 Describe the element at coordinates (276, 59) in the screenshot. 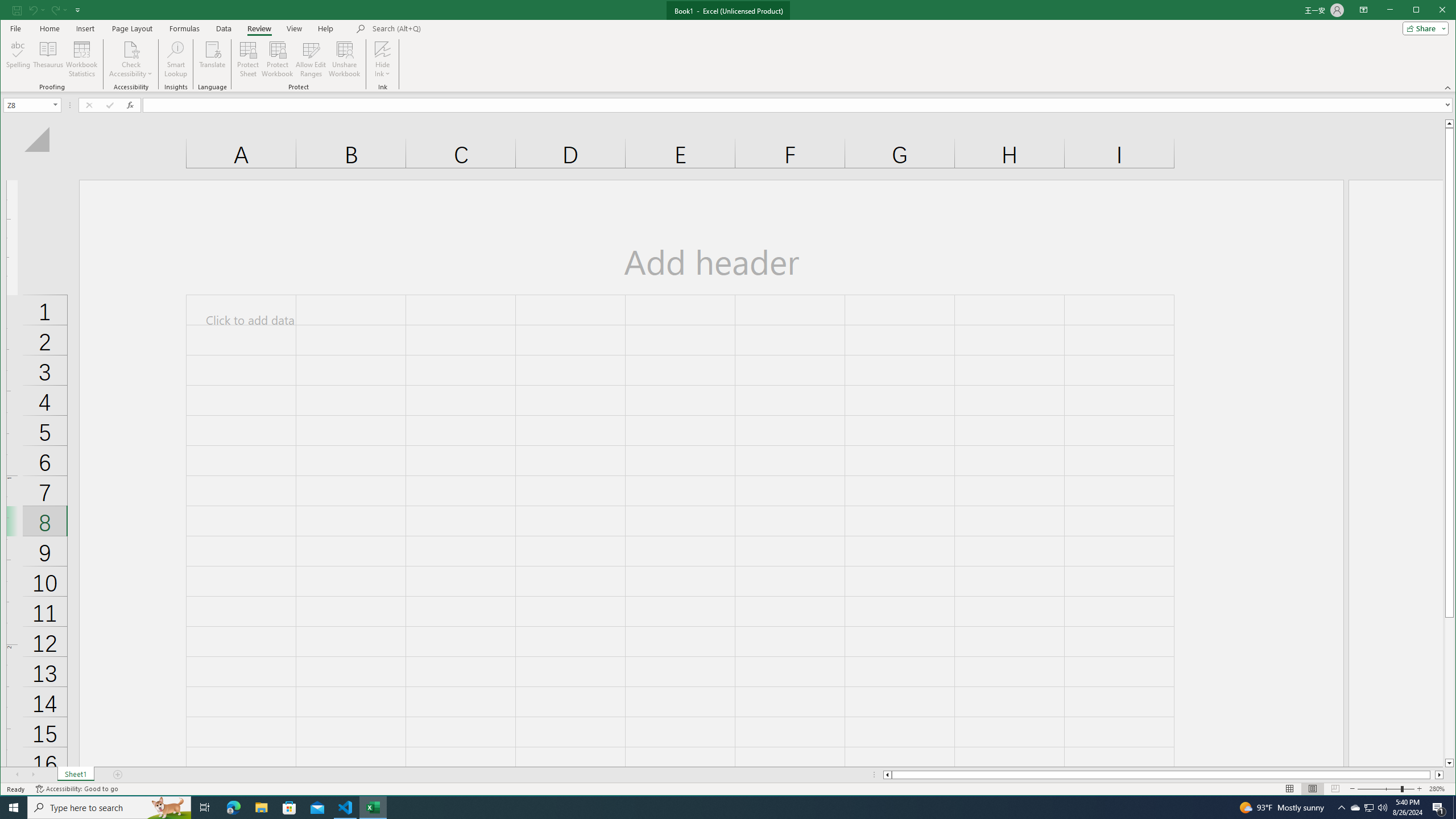

I see `'Protect Workbook...'` at that location.